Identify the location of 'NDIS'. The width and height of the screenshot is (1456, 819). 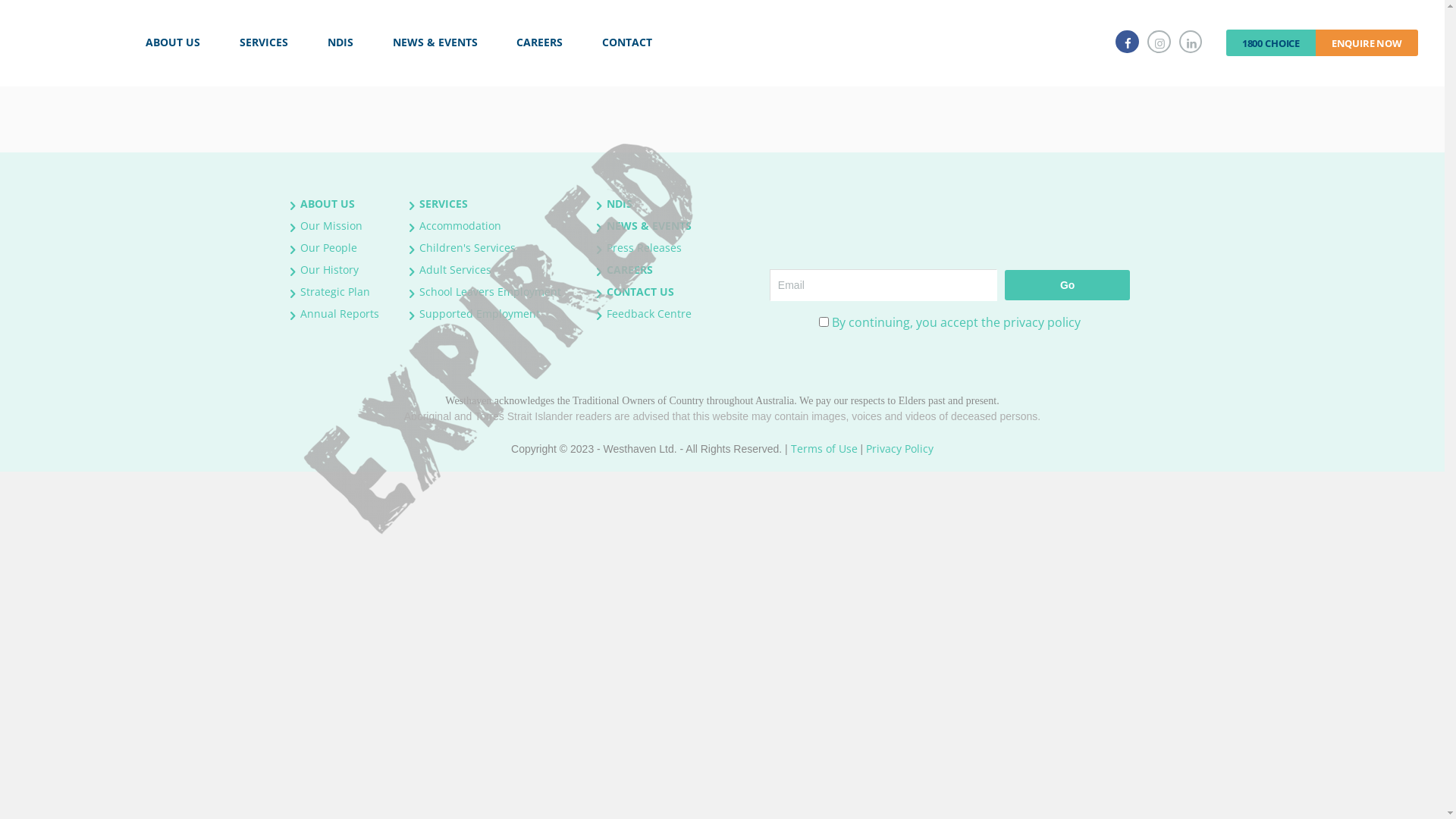
(340, 42).